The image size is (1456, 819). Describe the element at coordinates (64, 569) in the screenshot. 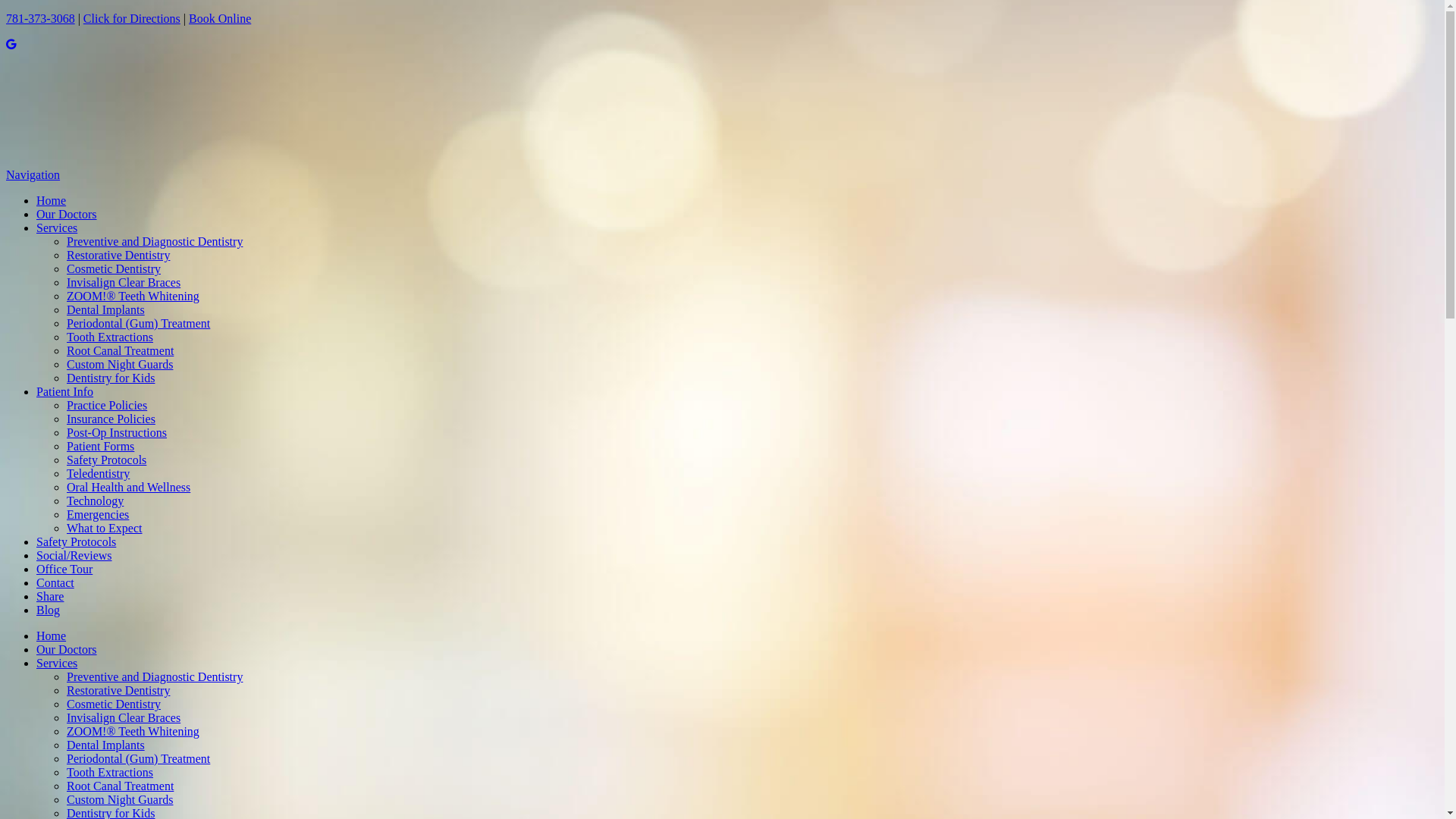

I see `'Office Tour'` at that location.